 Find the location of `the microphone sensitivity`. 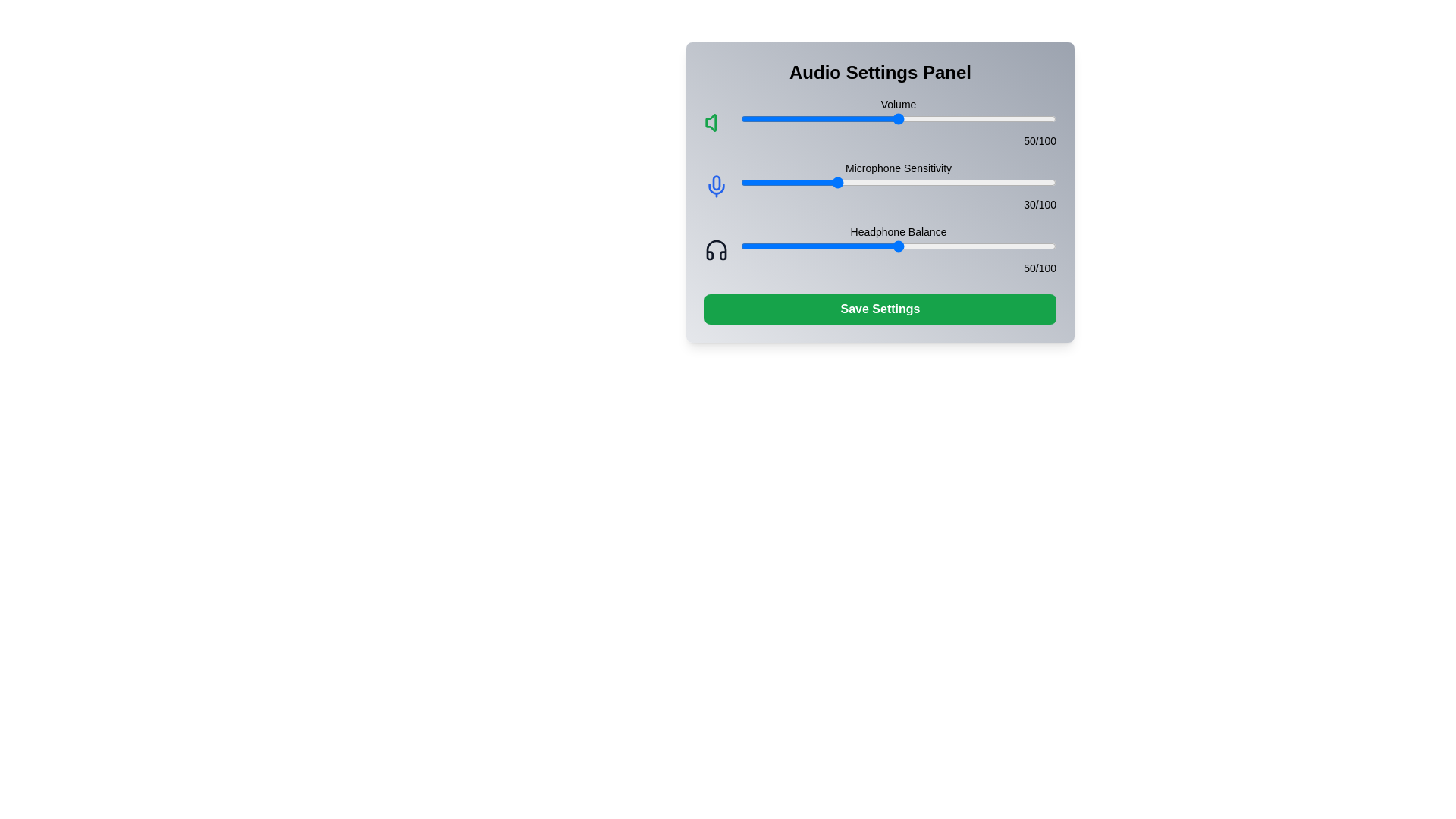

the microphone sensitivity is located at coordinates (996, 181).